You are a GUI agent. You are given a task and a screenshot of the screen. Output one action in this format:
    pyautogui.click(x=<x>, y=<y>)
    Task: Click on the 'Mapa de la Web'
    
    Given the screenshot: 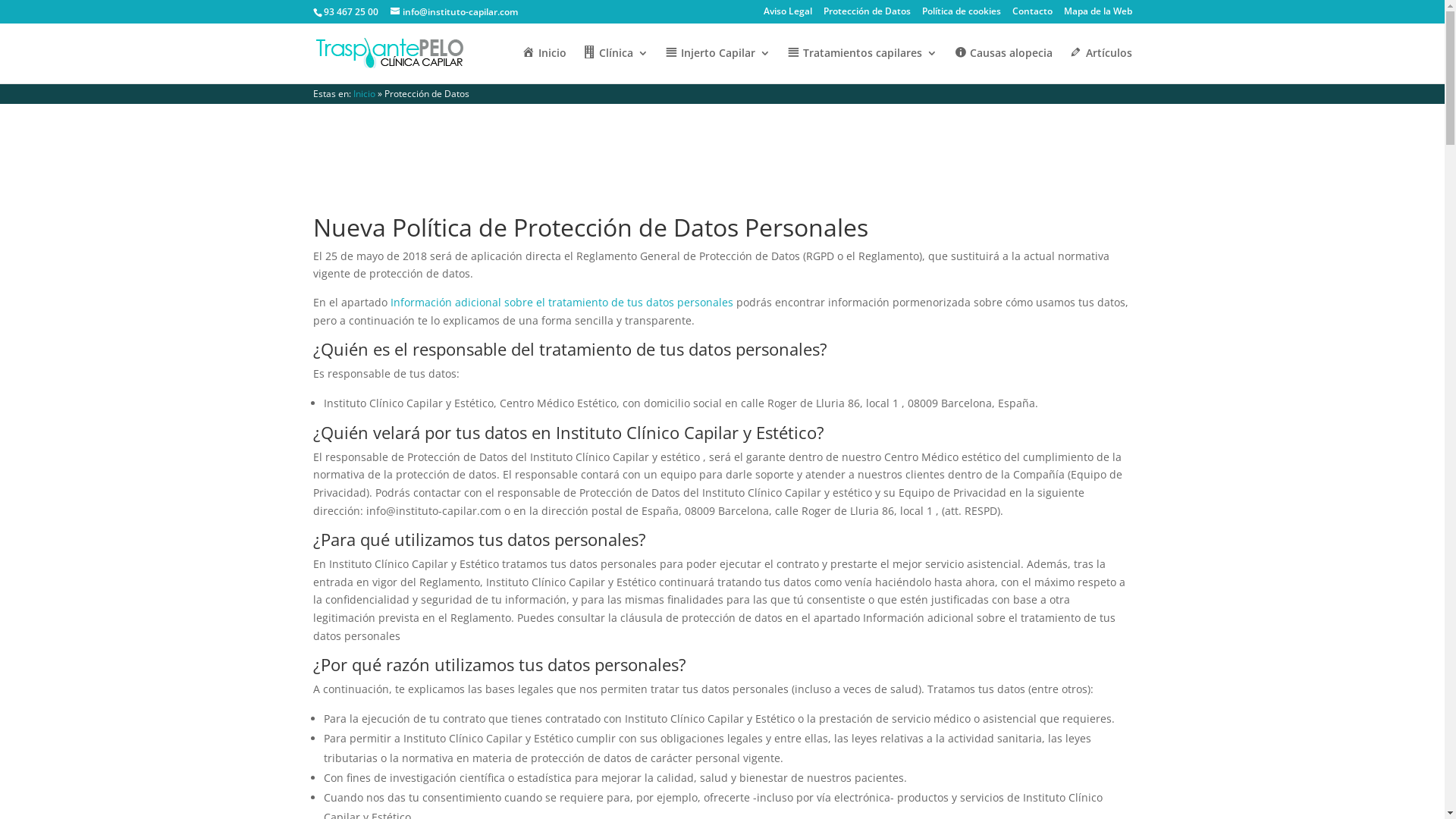 What is the action you would take?
    pyautogui.click(x=1097, y=14)
    